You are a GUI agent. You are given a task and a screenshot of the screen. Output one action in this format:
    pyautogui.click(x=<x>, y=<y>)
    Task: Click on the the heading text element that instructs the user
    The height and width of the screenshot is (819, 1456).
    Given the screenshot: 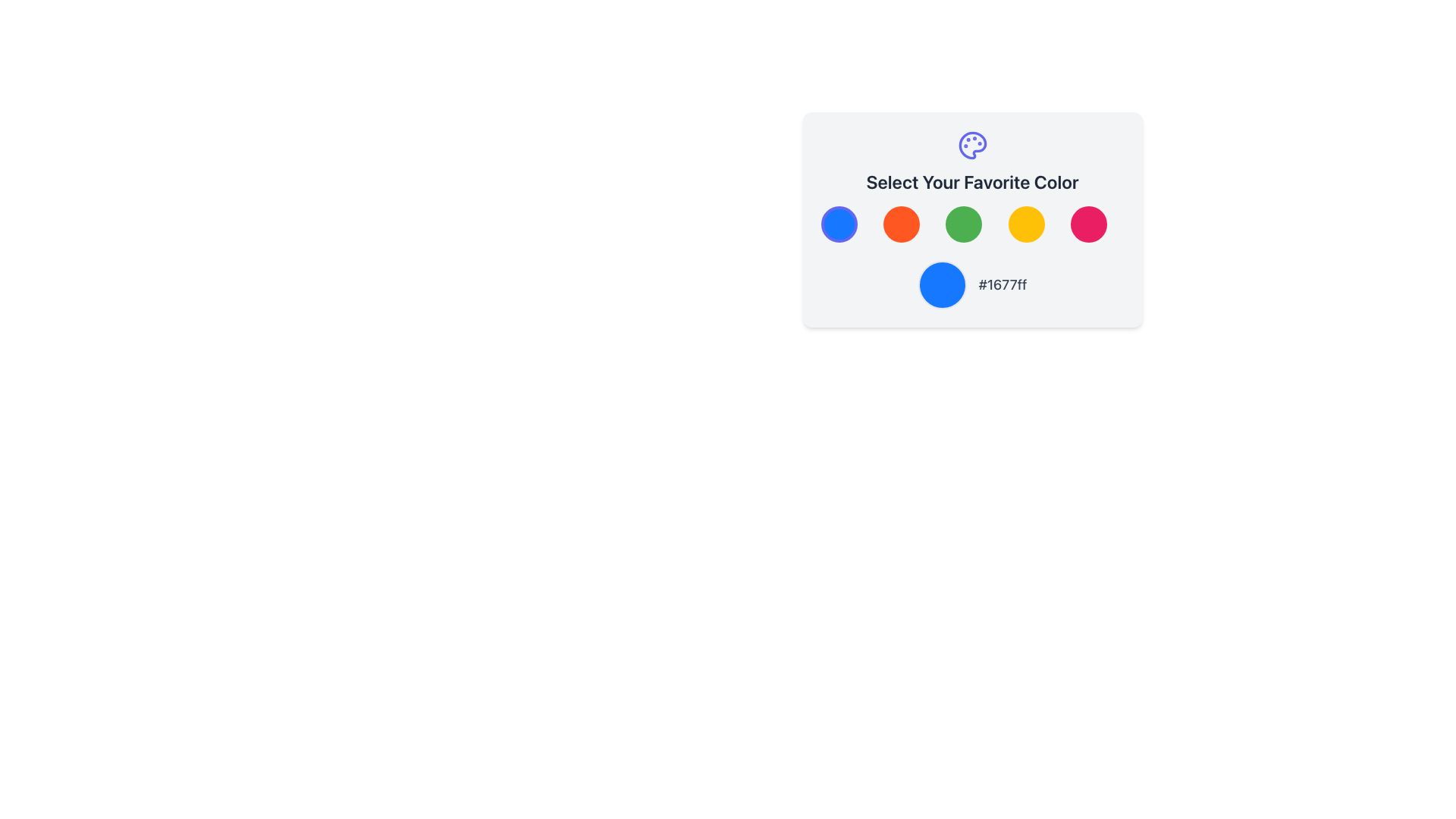 What is the action you would take?
    pyautogui.click(x=972, y=180)
    